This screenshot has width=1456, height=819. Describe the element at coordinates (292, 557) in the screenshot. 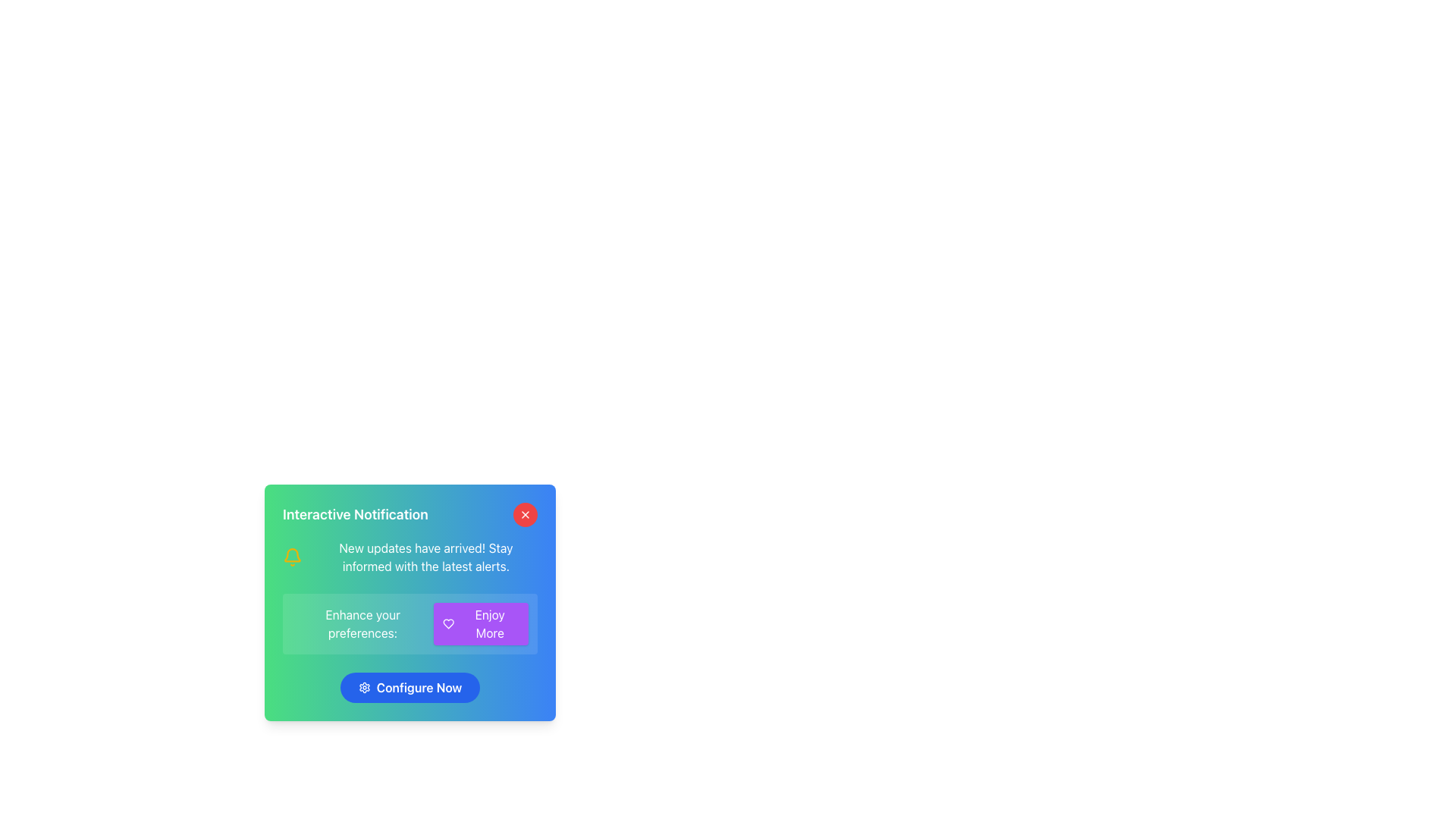

I see `the yellow bell icon located in the notification panel, which is positioned` at that location.